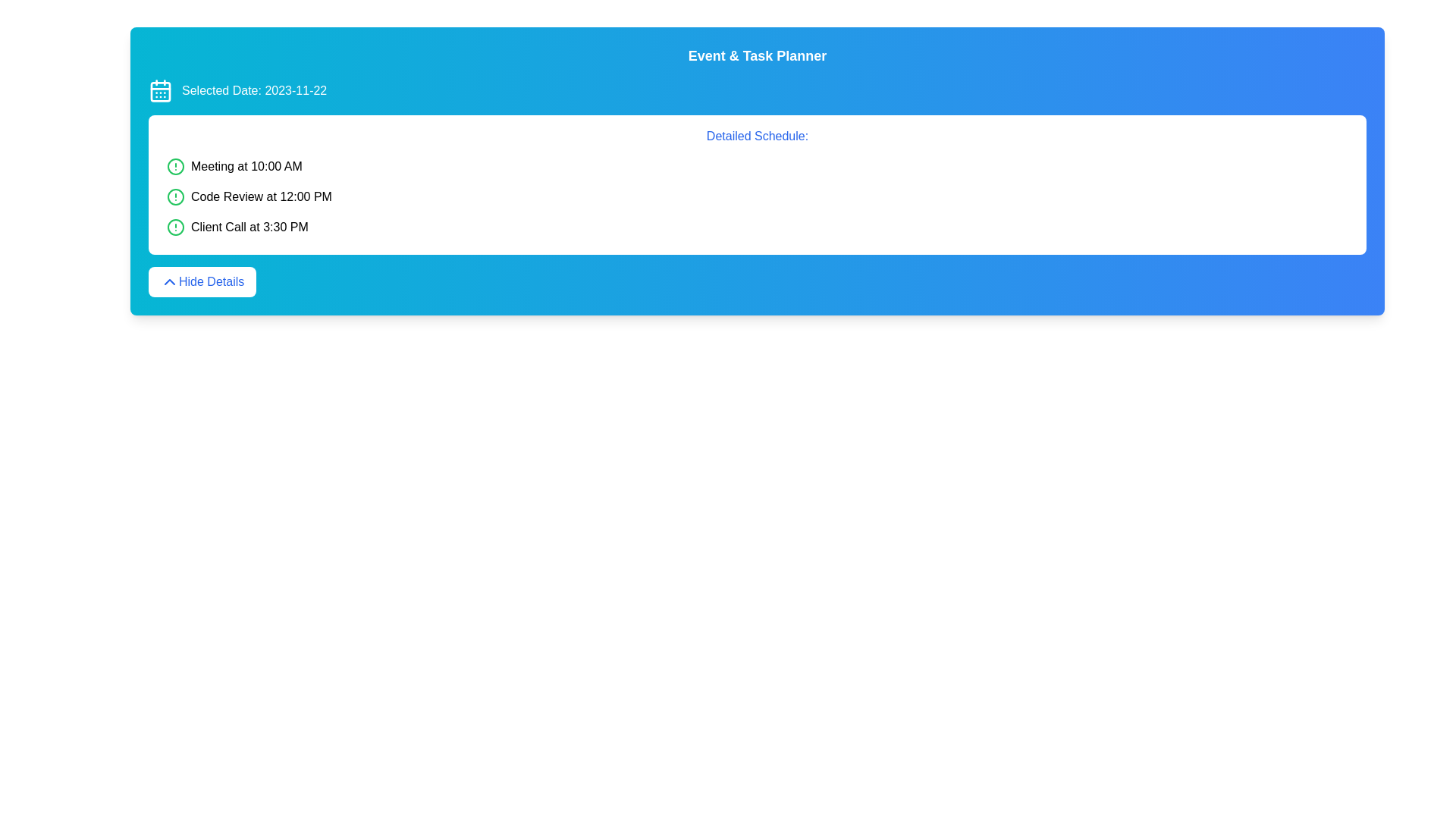 Image resolution: width=1456 pixels, height=819 pixels. What do you see at coordinates (175, 227) in the screenshot?
I see `the small green circular icon with a white interior and a vertical exclamation mark, located to the left of the text 'Client Call at 3:30 PM' in the schedule interface` at bounding box center [175, 227].